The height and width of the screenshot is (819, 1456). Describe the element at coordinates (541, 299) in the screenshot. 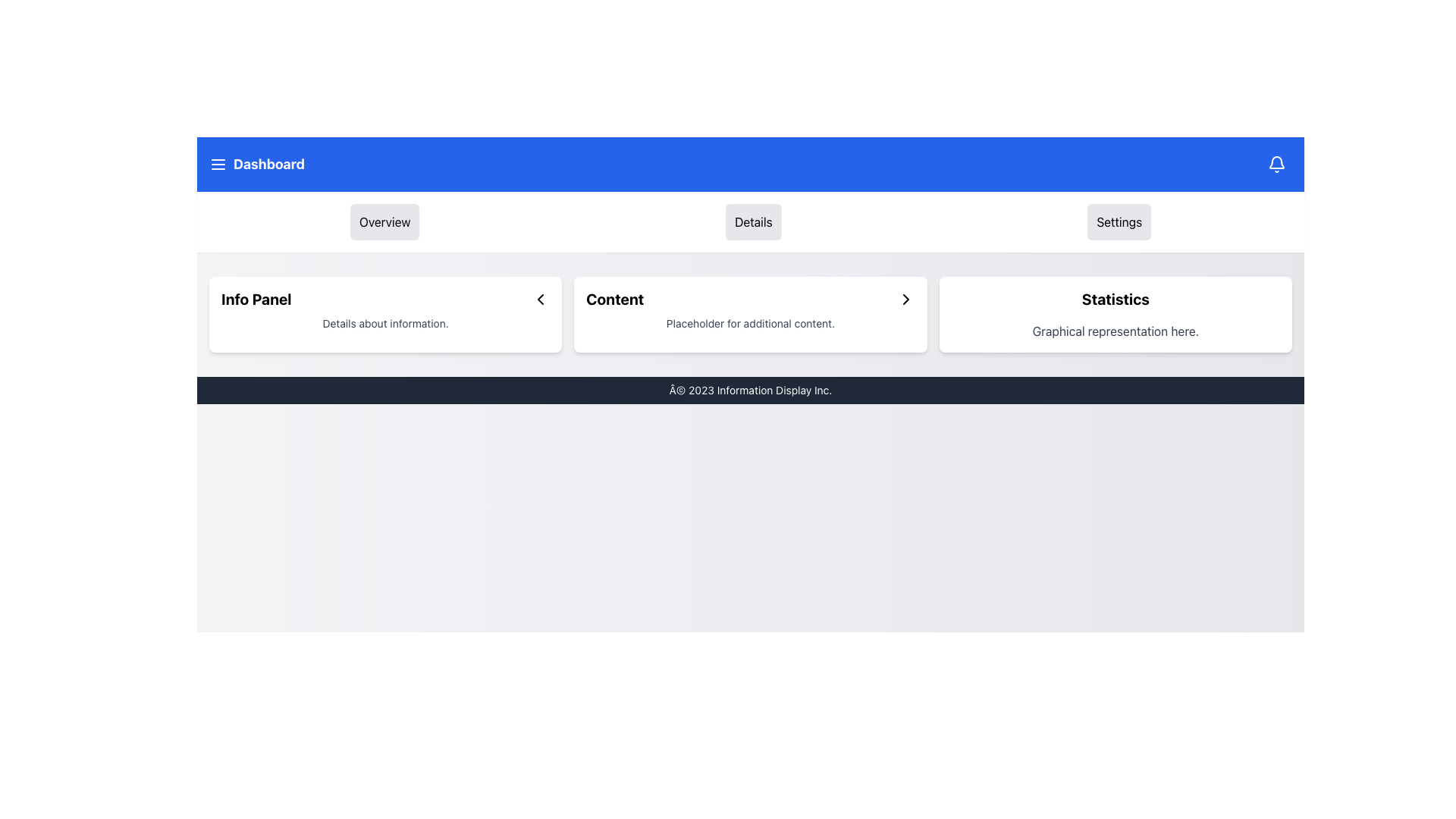

I see `the triangular arrow shape pointing left within the SVG graphic, which is part of a left-pointing chevron icon located in the top row, to the far left of the 'Info Panel'` at that location.